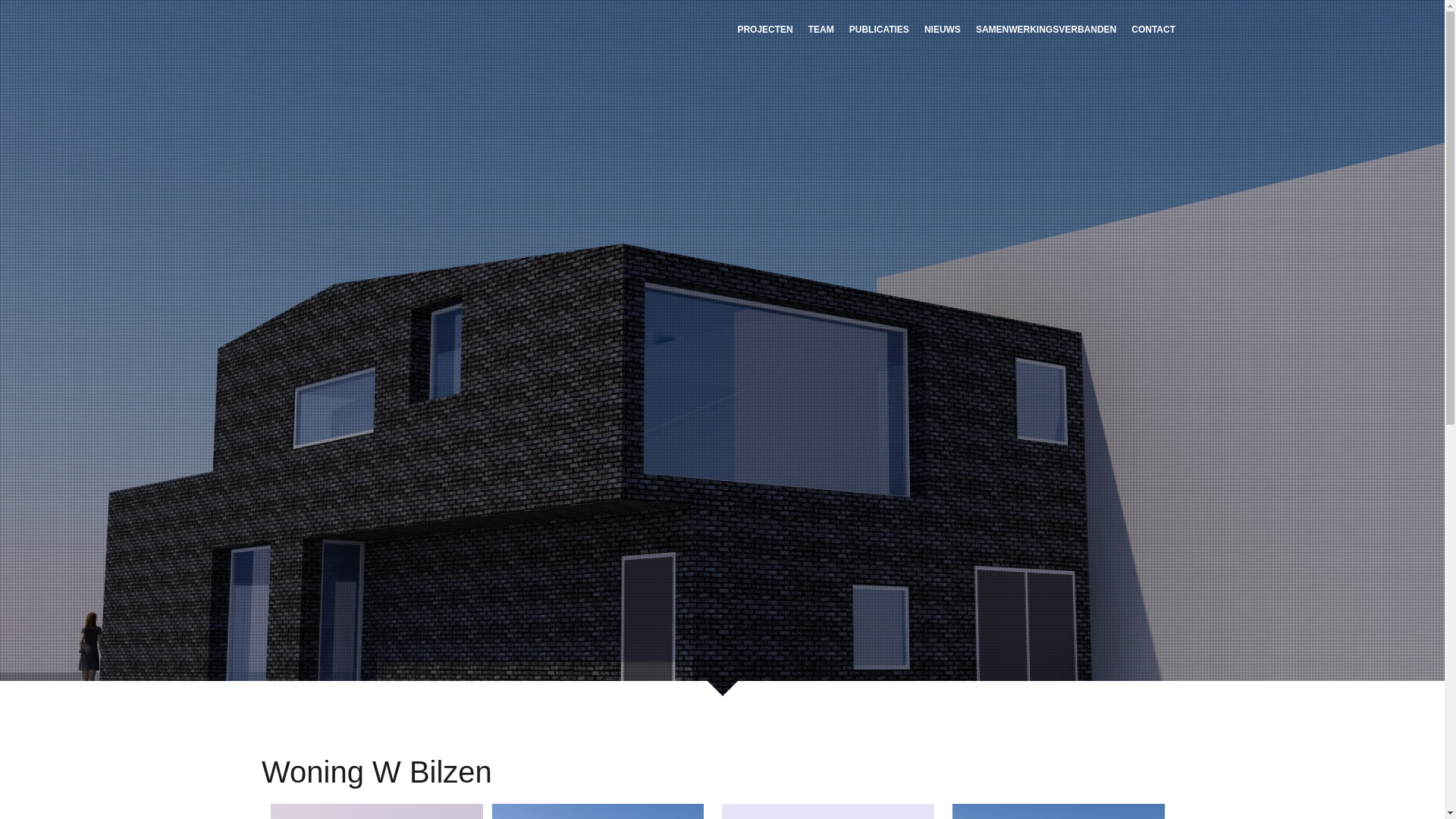 This screenshot has height=819, width=1456. Describe the element at coordinates (879, 28) in the screenshot. I see `'PUBLICATIES'` at that location.